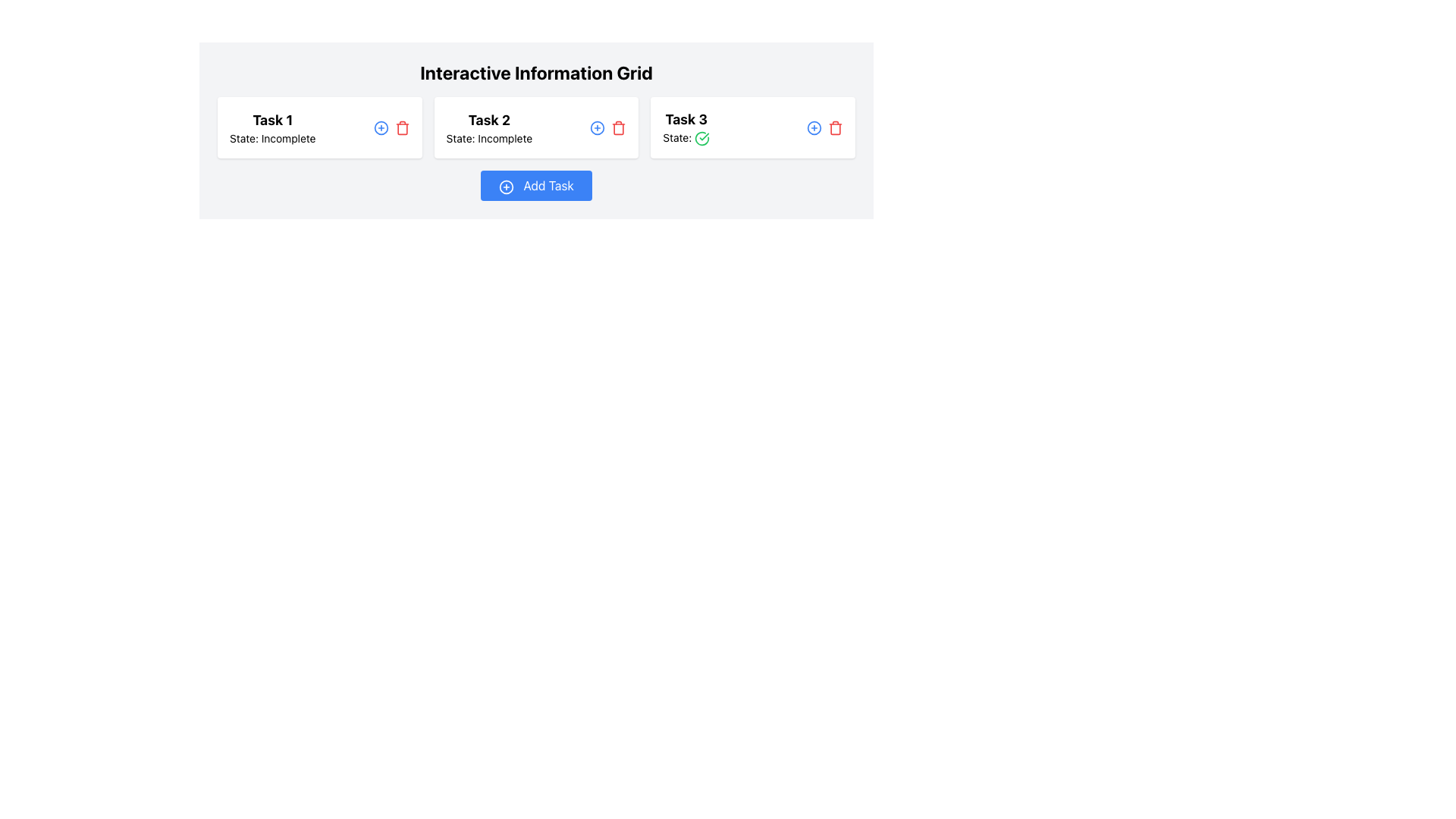 The width and height of the screenshot is (1456, 819). Describe the element at coordinates (489, 138) in the screenshot. I see `the Text Display that shows the current state of the task, indicating it is incomplete, located beneath the 'Task 2' header in the center card of a grid` at that location.